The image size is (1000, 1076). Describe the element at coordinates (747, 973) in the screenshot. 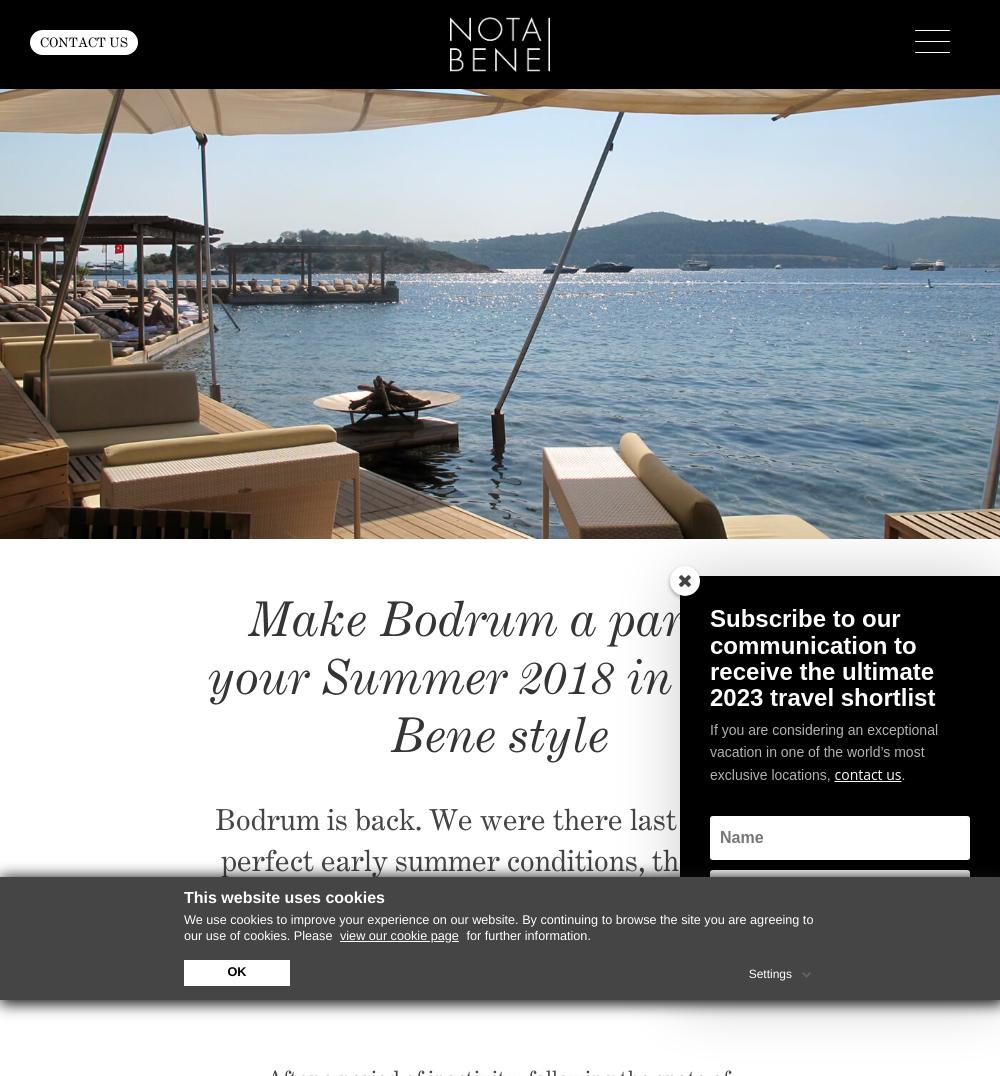

I see `'Settings'` at that location.